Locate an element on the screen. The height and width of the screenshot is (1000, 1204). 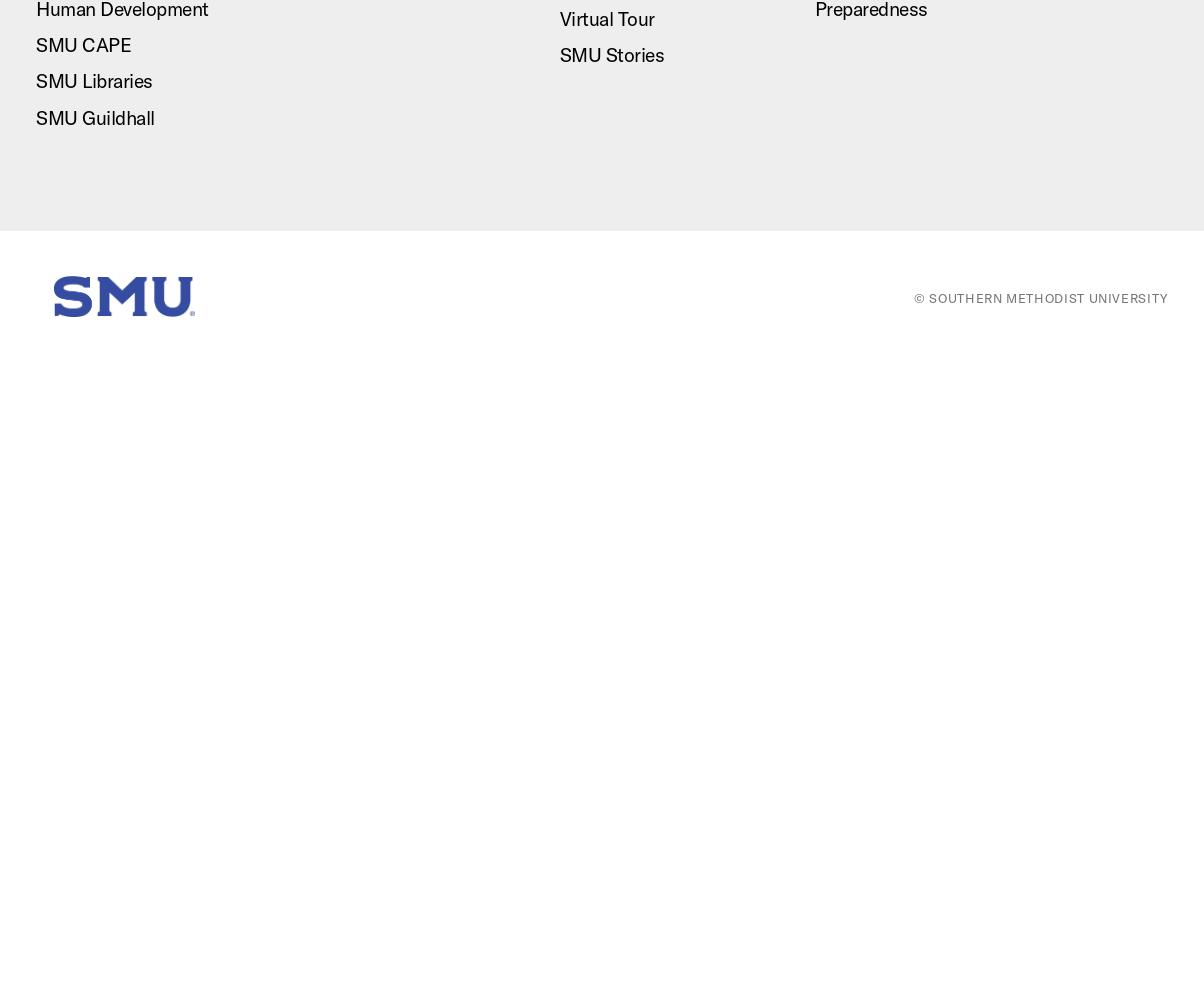
'SMU Guildhall' is located at coordinates (94, 116).